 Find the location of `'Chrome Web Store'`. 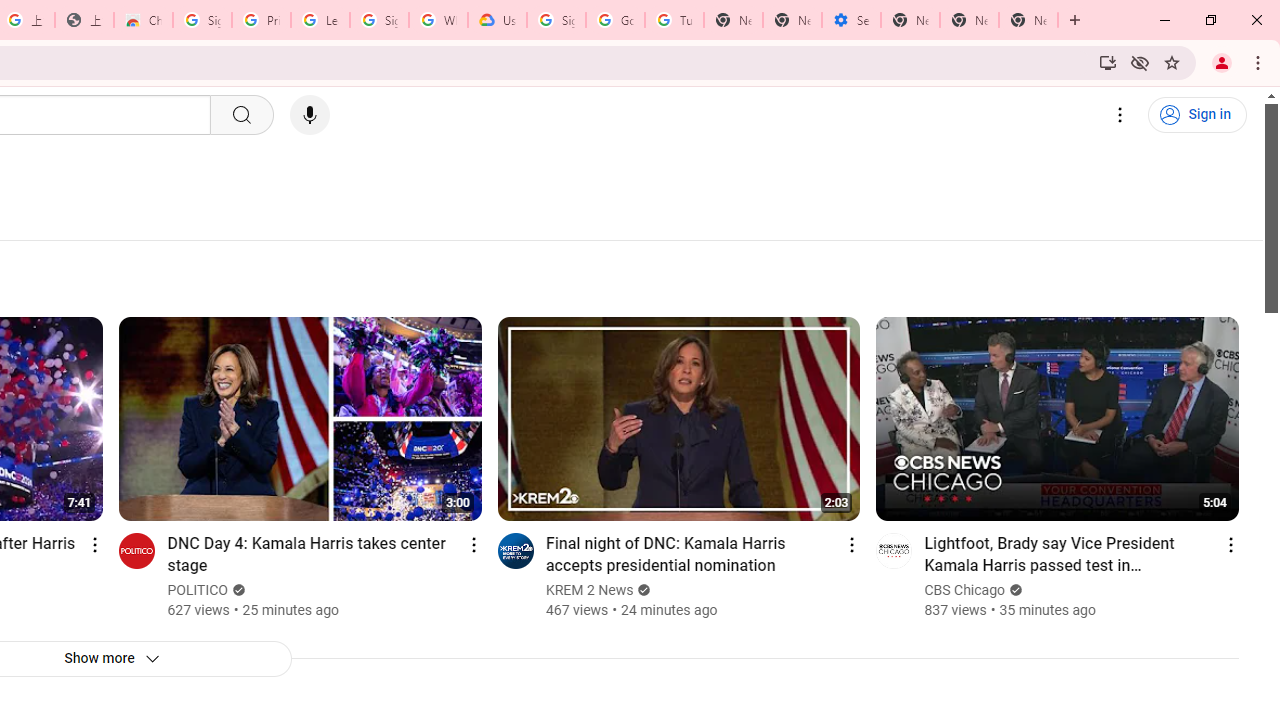

'Chrome Web Store' is located at coordinates (142, 20).